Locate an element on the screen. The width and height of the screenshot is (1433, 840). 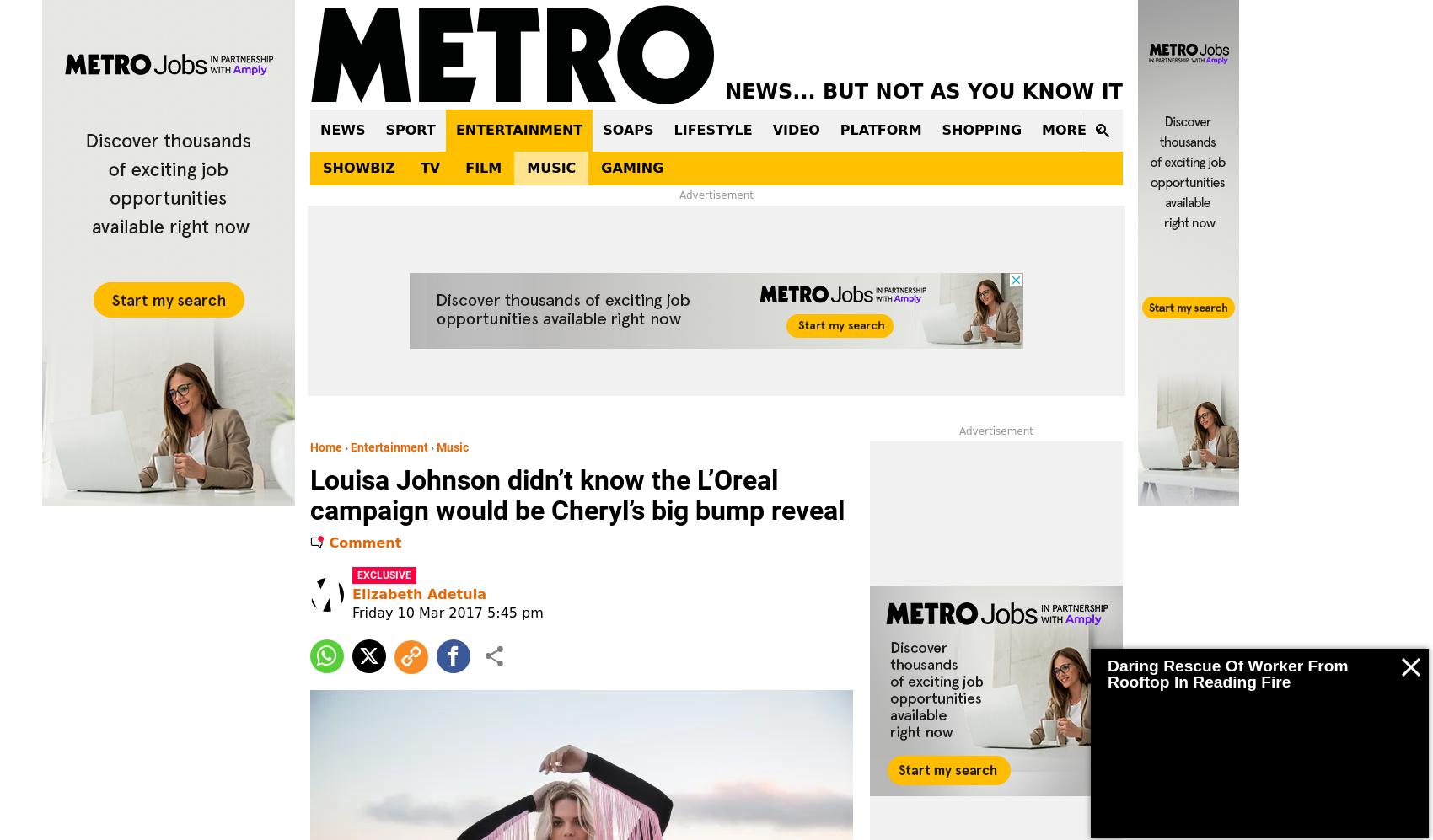
'The media could not be loaded, either because the server or network failed or because the format is not supported.' is located at coordinates (1256, 655).